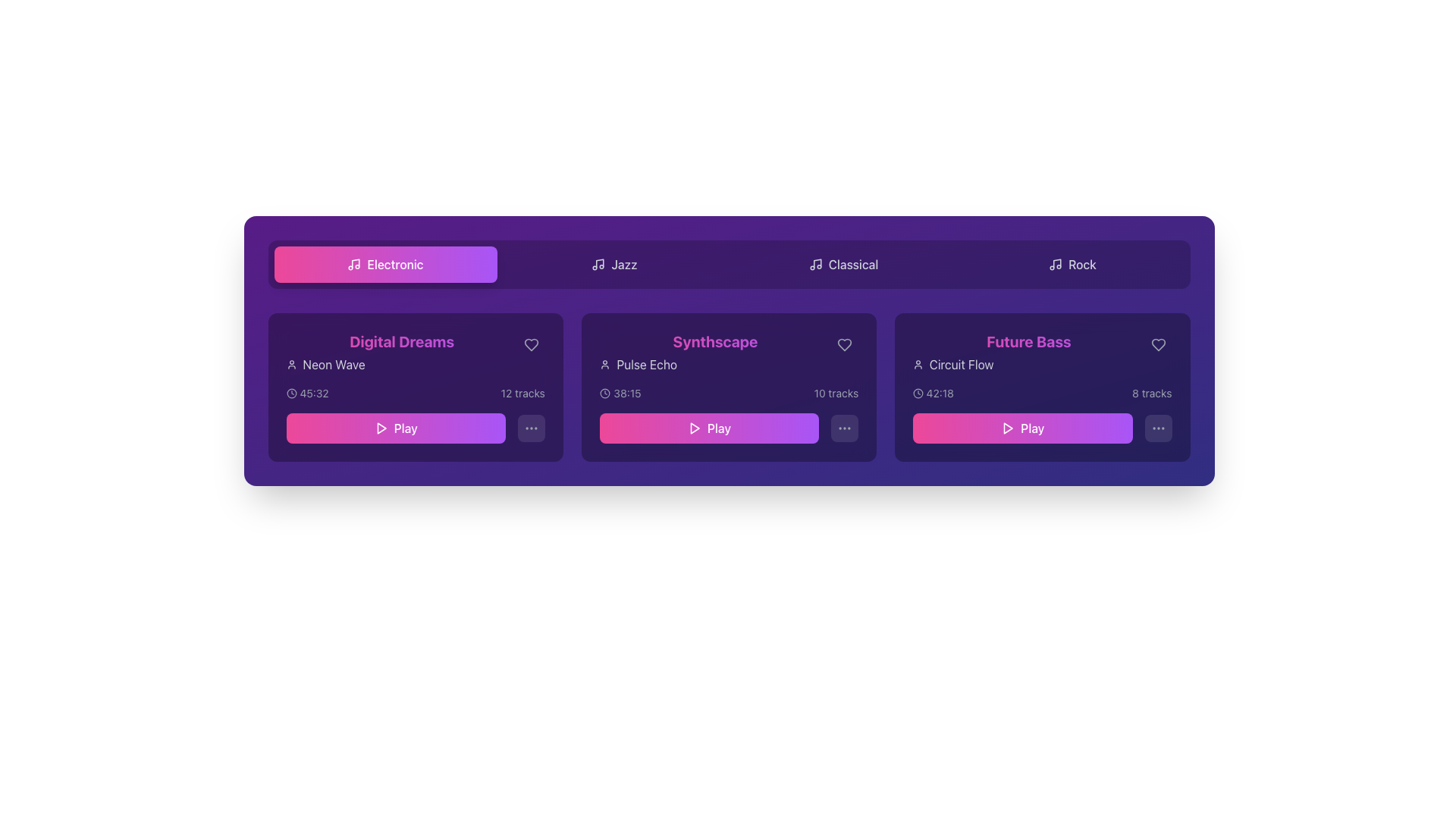 Image resolution: width=1456 pixels, height=819 pixels. I want to click on the 'Electronic' music category icon, which is an SVG-based graphic located in the top horizontal navigation bar, to the left of the 'Electronic' label, so click(353, 263).